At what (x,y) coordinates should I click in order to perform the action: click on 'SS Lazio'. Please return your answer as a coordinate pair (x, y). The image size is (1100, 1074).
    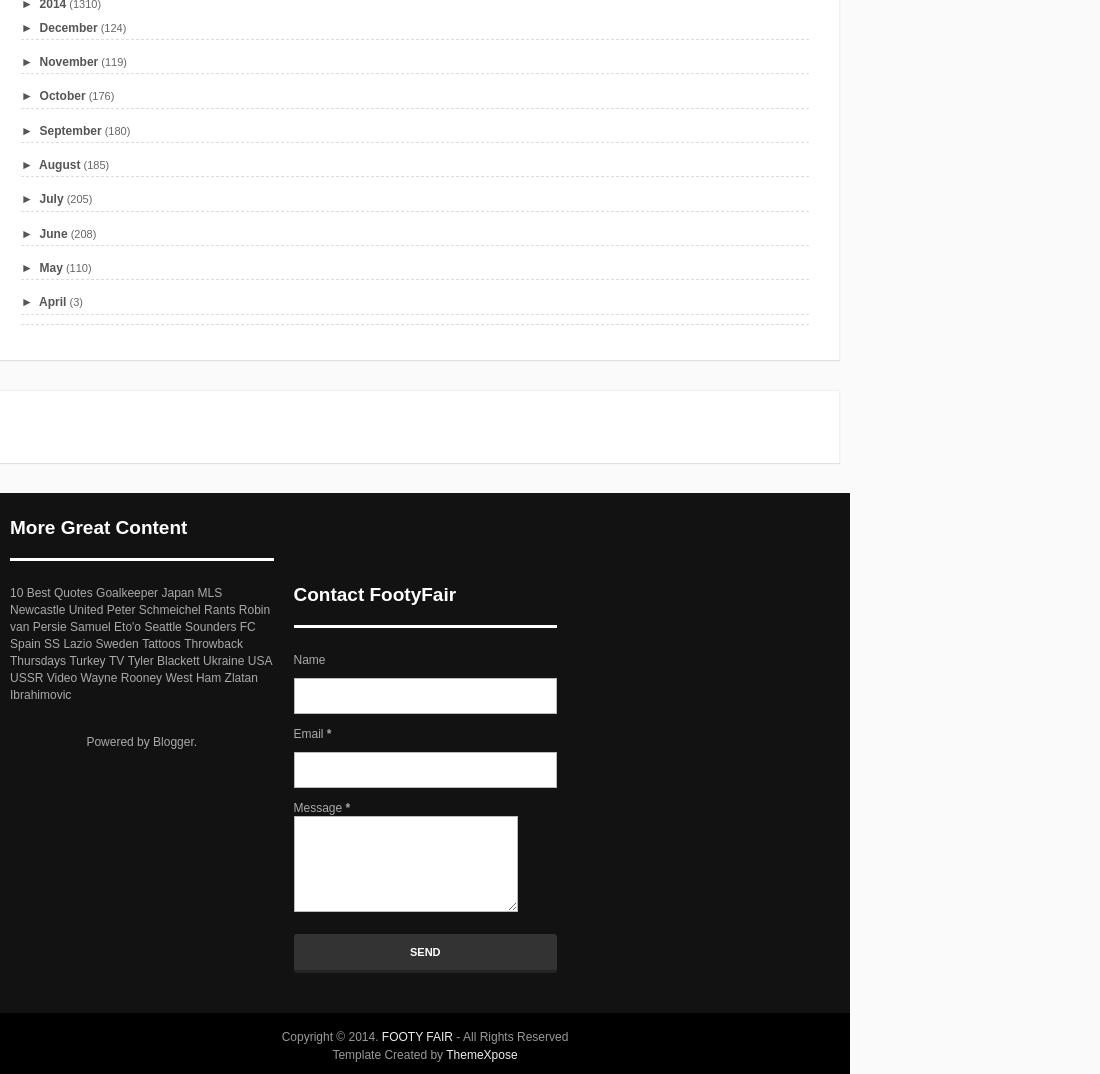
    Looking at the image, I should click on (66, 643).